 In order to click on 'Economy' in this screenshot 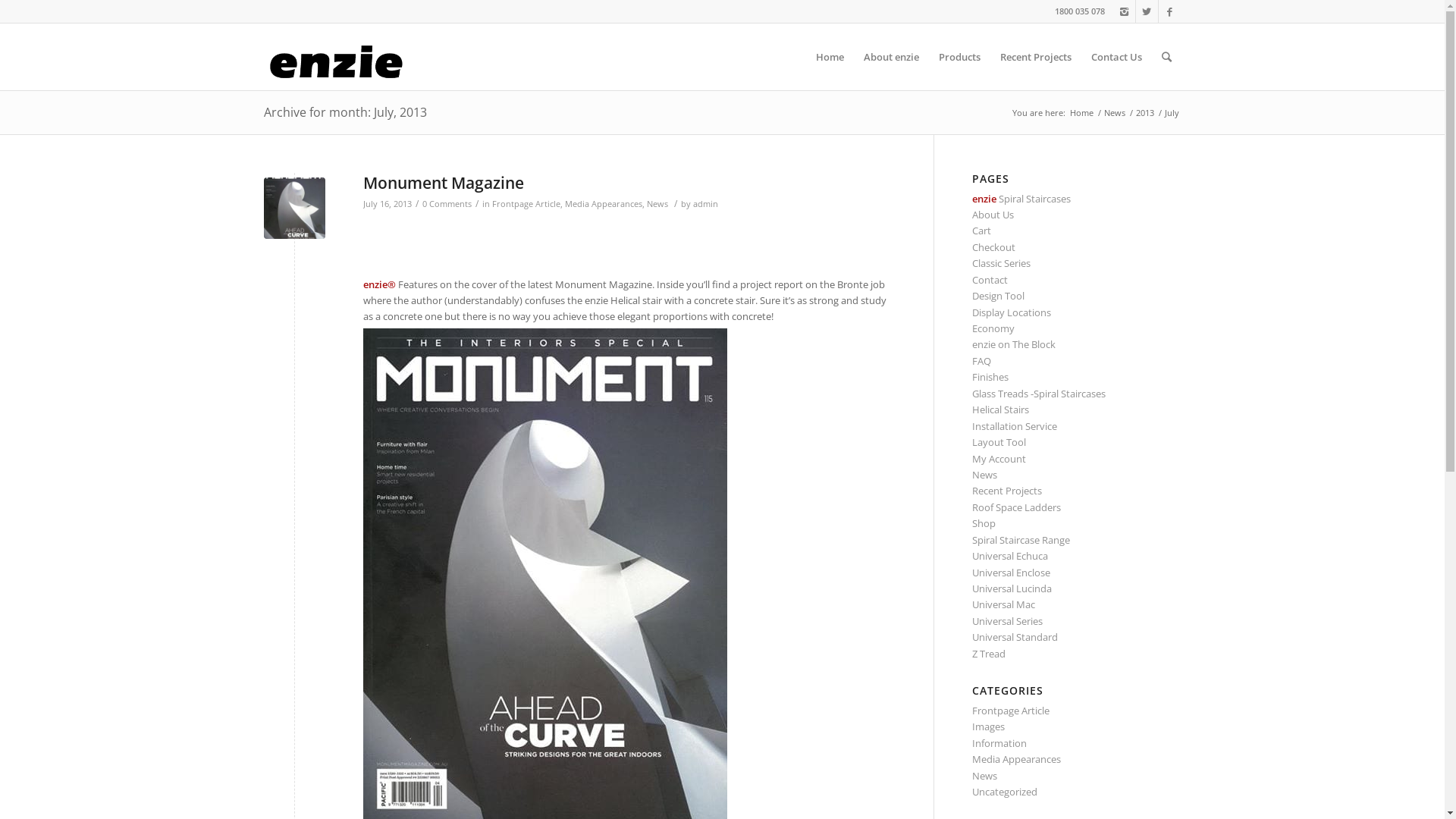, I will do `click(971, 327)`.